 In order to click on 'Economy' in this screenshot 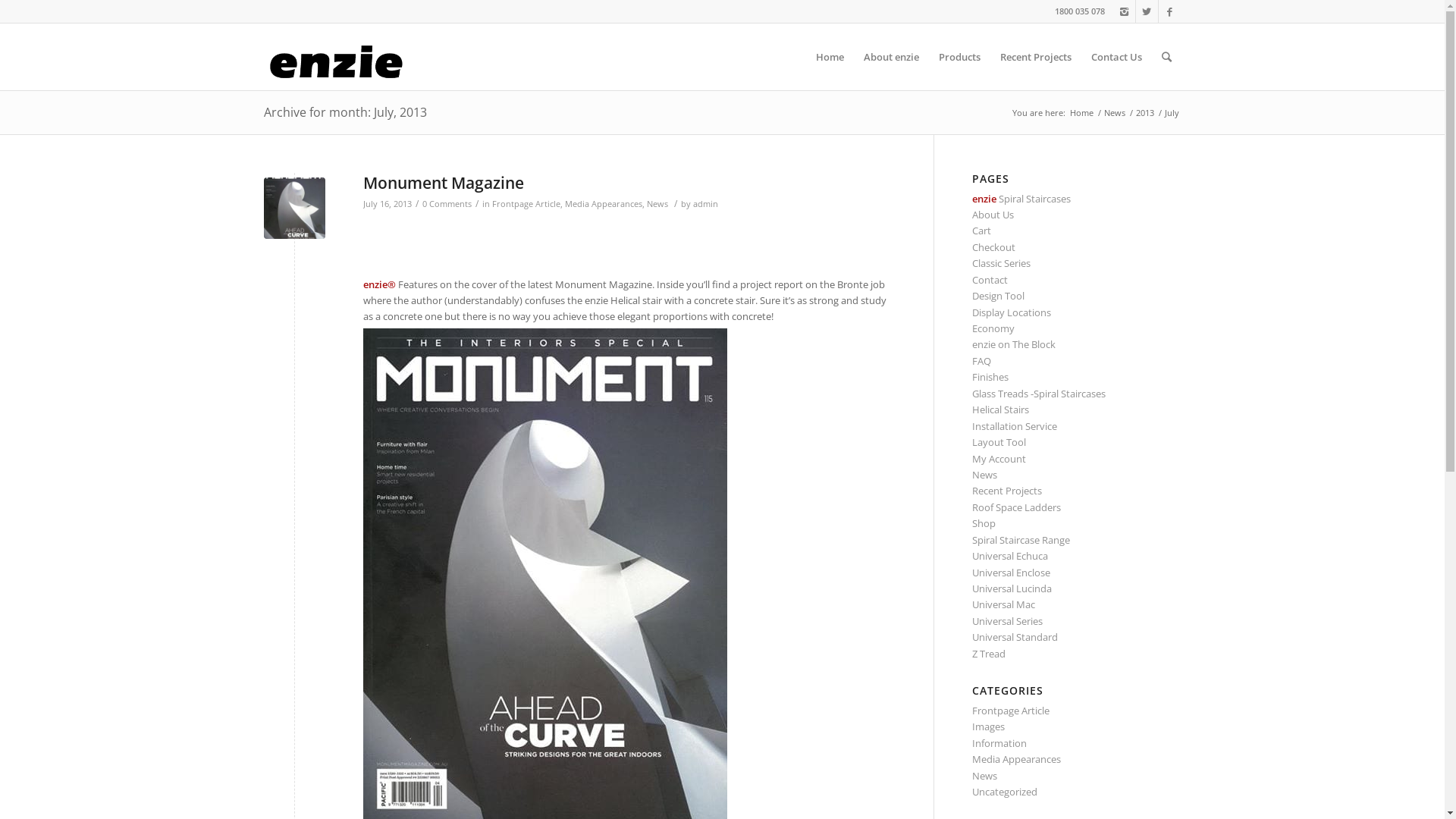, I will do `click(971, 327)`.